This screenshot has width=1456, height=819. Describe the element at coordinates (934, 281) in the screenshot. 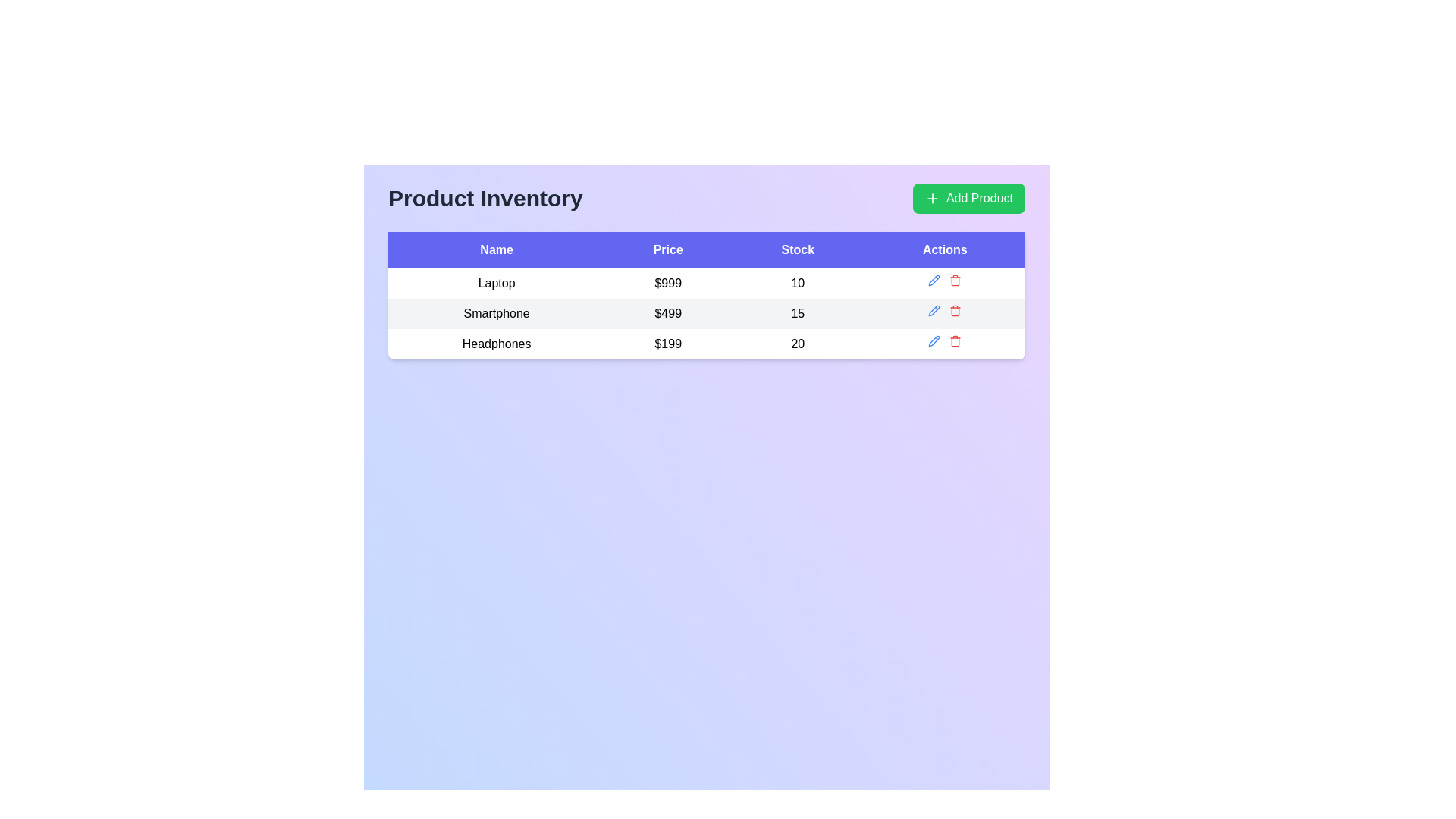

I see `the edit icon for the 'Smartphone' product in the Actions column` at that location.